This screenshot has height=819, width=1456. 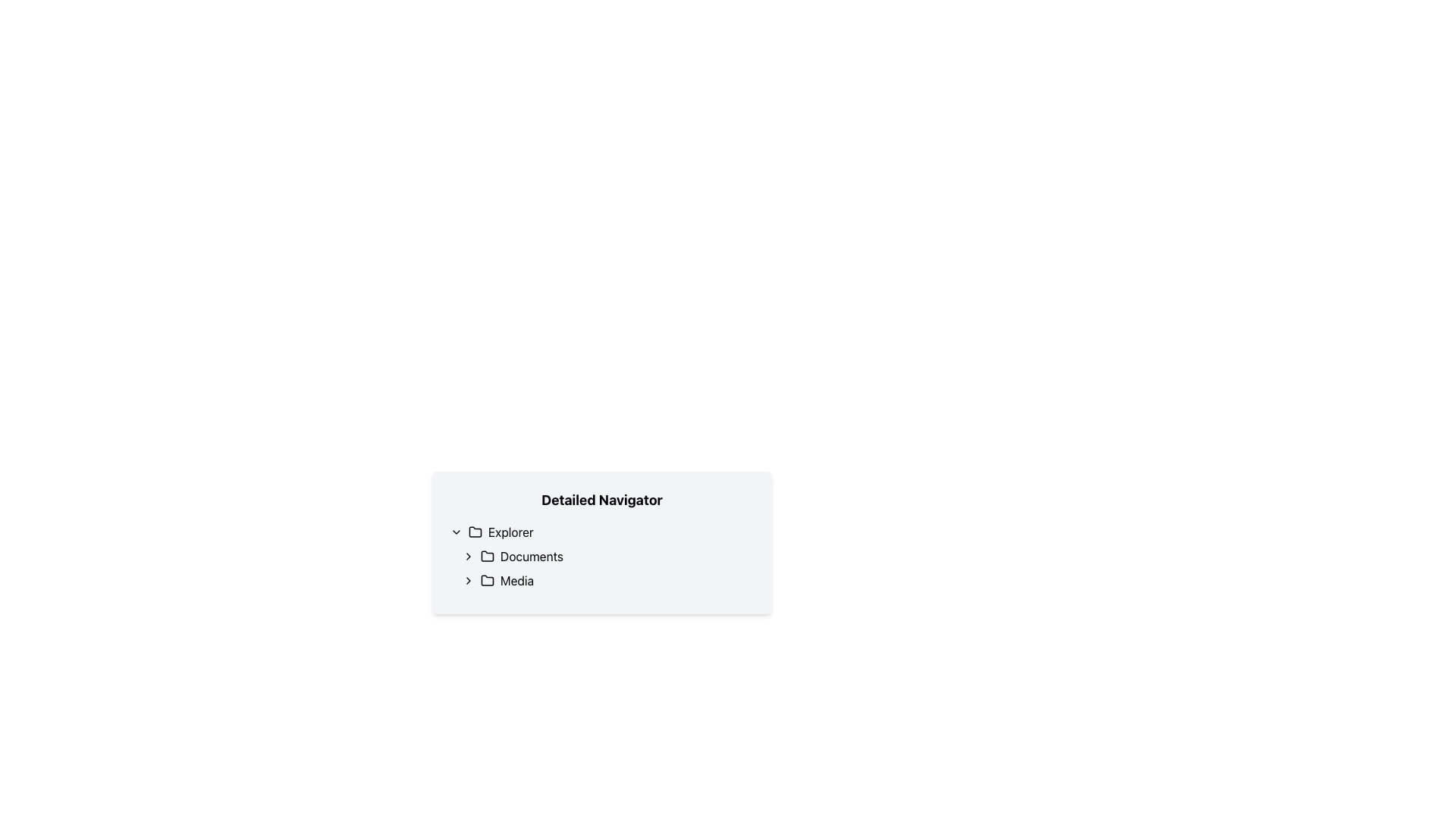 What do you see at coordinates (468, 580) in the screenshot?
I see `the rightward-pointing chevron icon located to the left of the 'Media' text` at bounding box center [468, 580].